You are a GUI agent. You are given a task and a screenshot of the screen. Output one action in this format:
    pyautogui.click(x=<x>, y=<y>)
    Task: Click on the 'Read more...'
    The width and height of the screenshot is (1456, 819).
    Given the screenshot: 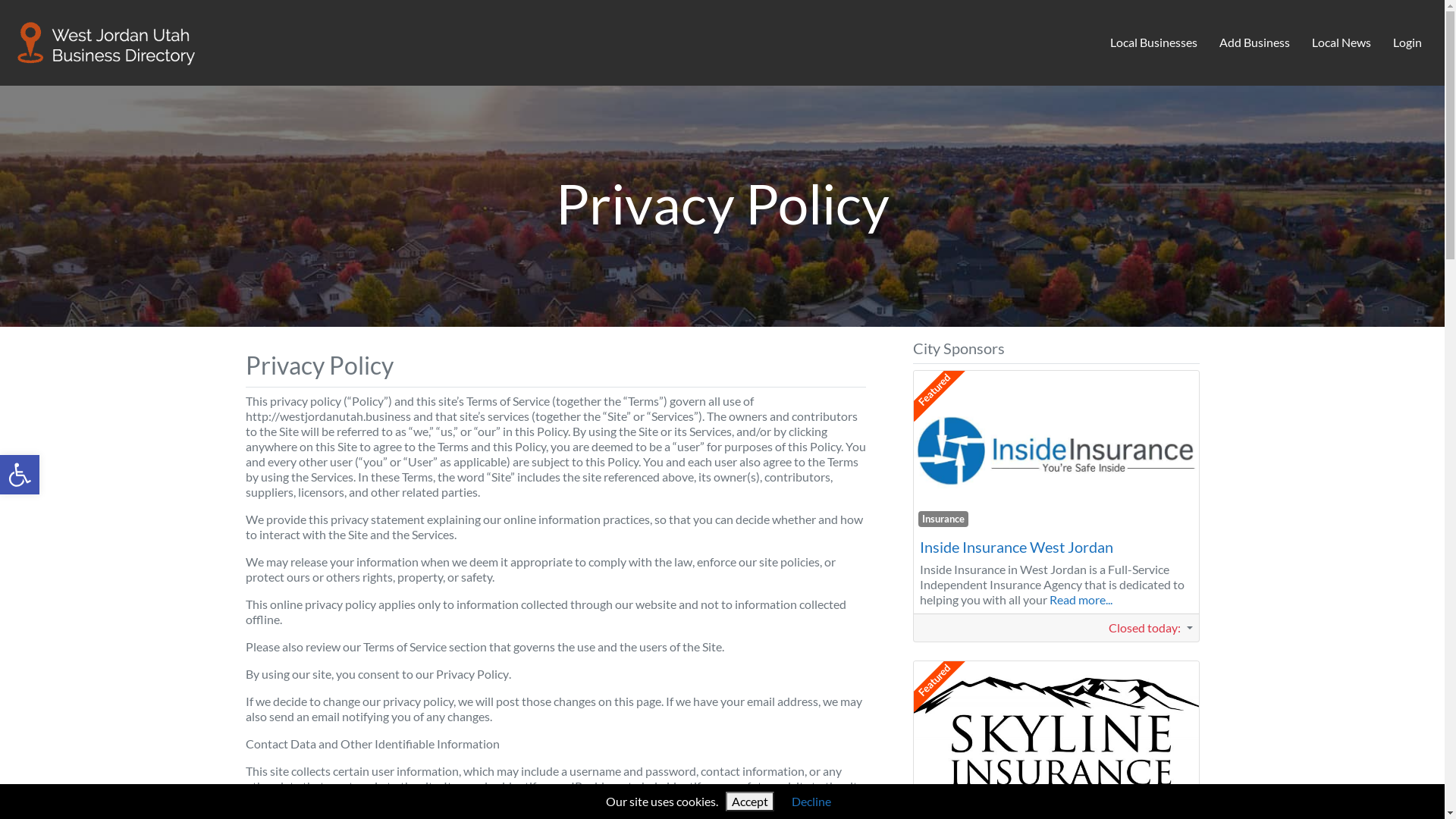 What is the action you would take?
    pyautogui.click(x=1048, y=598)
    